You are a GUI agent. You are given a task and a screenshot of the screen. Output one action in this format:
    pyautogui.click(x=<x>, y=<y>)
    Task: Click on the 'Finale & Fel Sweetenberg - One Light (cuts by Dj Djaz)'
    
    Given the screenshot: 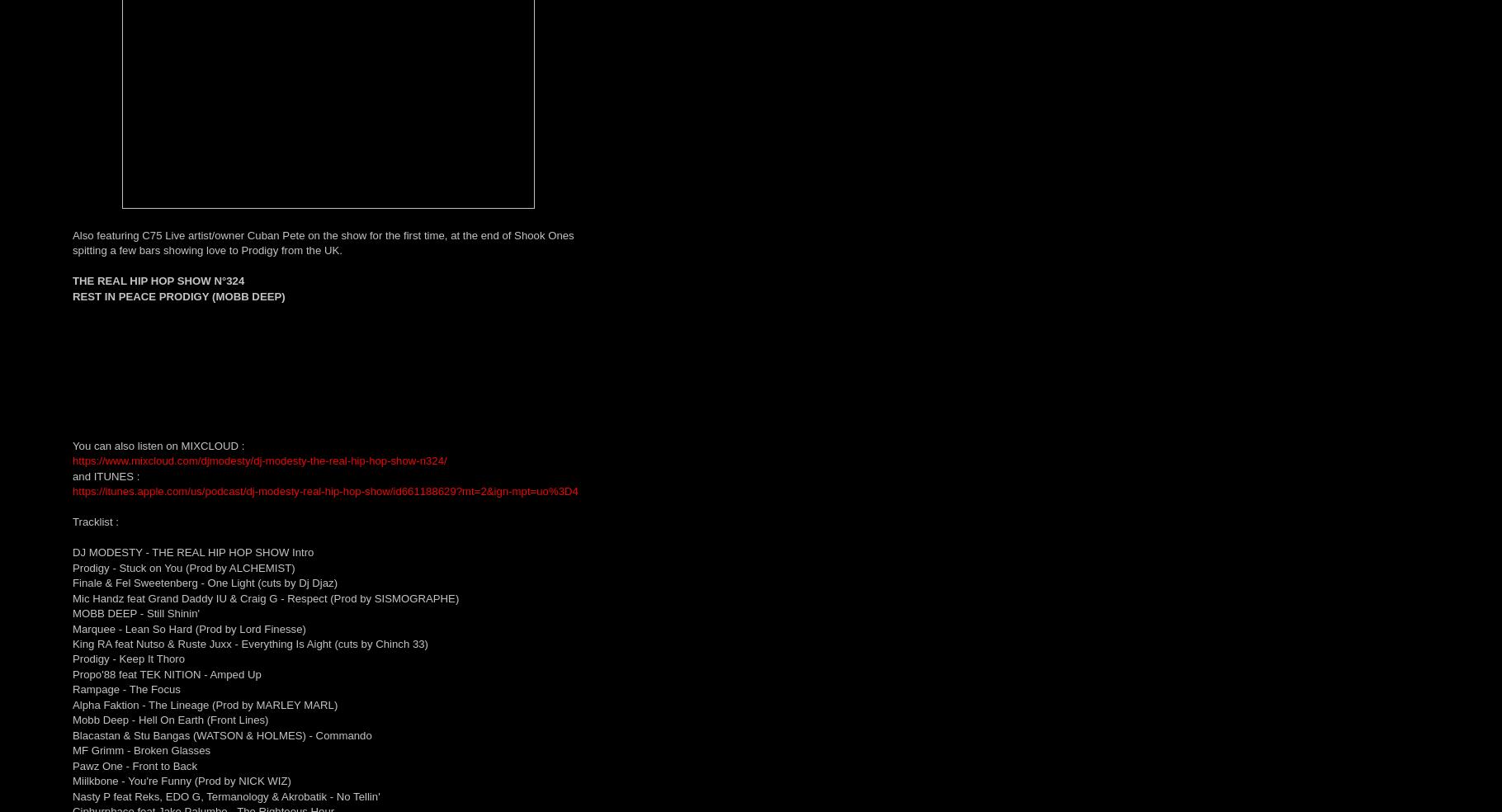 What is the action you would take?
    pyautogui.click(x=204, y=583)
    